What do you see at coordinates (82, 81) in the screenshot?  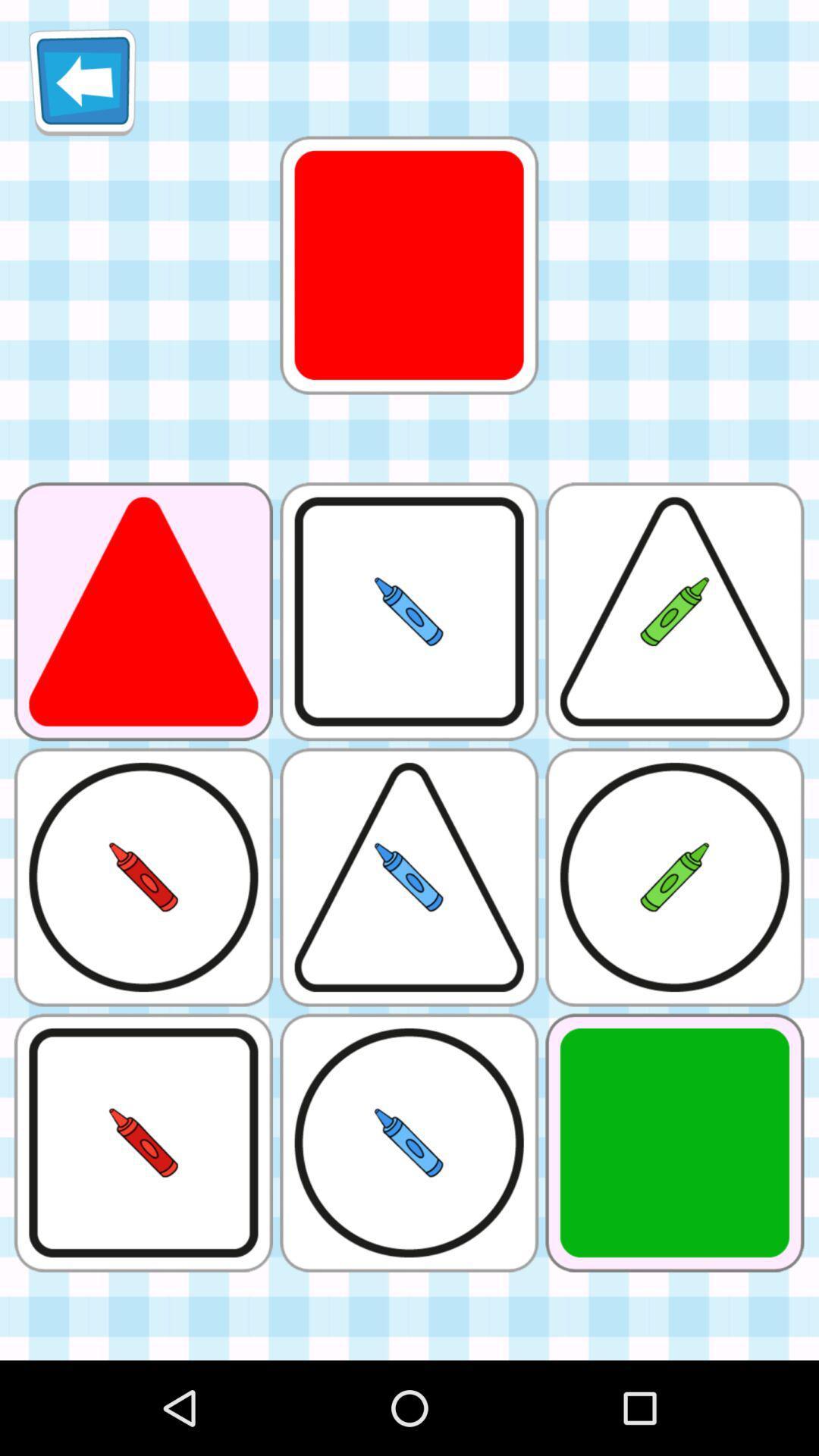 I see `arrow` at bounding box center [82, 81].